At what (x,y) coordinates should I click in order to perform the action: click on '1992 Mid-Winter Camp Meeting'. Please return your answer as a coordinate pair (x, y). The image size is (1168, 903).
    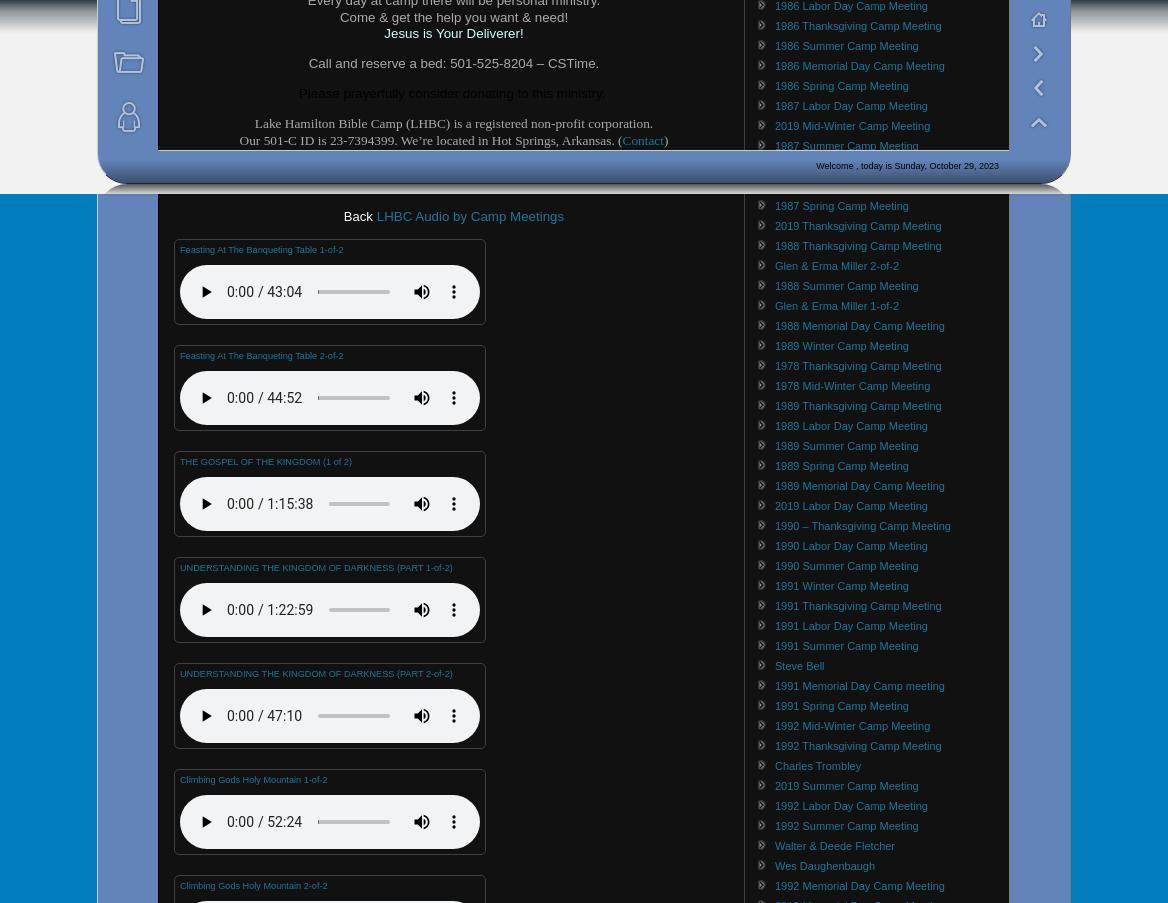
    Looking at the image, I should click on (774, 725).